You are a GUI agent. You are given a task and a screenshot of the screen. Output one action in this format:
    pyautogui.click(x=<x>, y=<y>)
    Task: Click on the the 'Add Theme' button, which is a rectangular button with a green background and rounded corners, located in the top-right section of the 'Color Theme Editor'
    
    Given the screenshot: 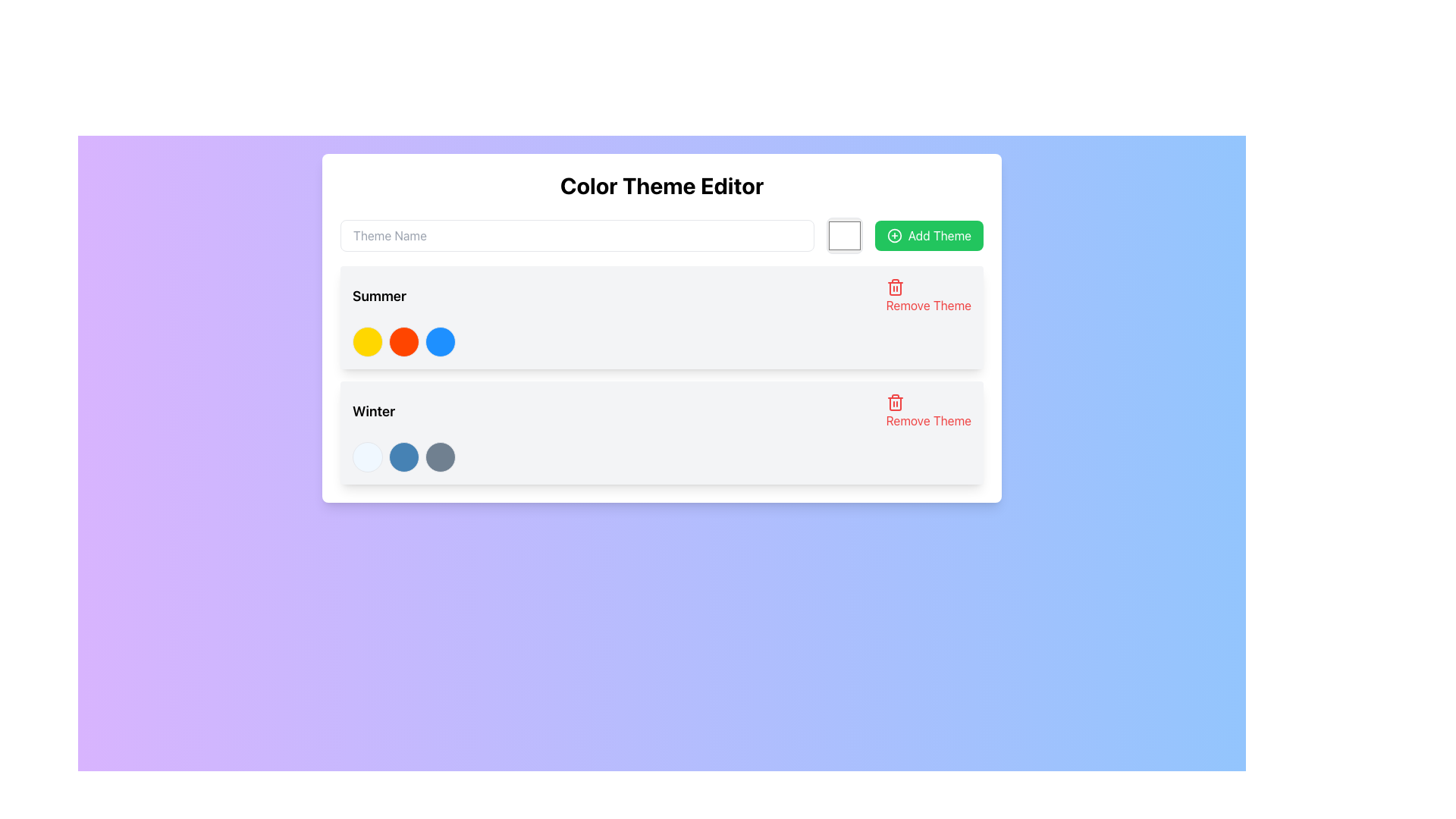 What is the action you would take?
    pyautogui.click(x=928, y=236)
    